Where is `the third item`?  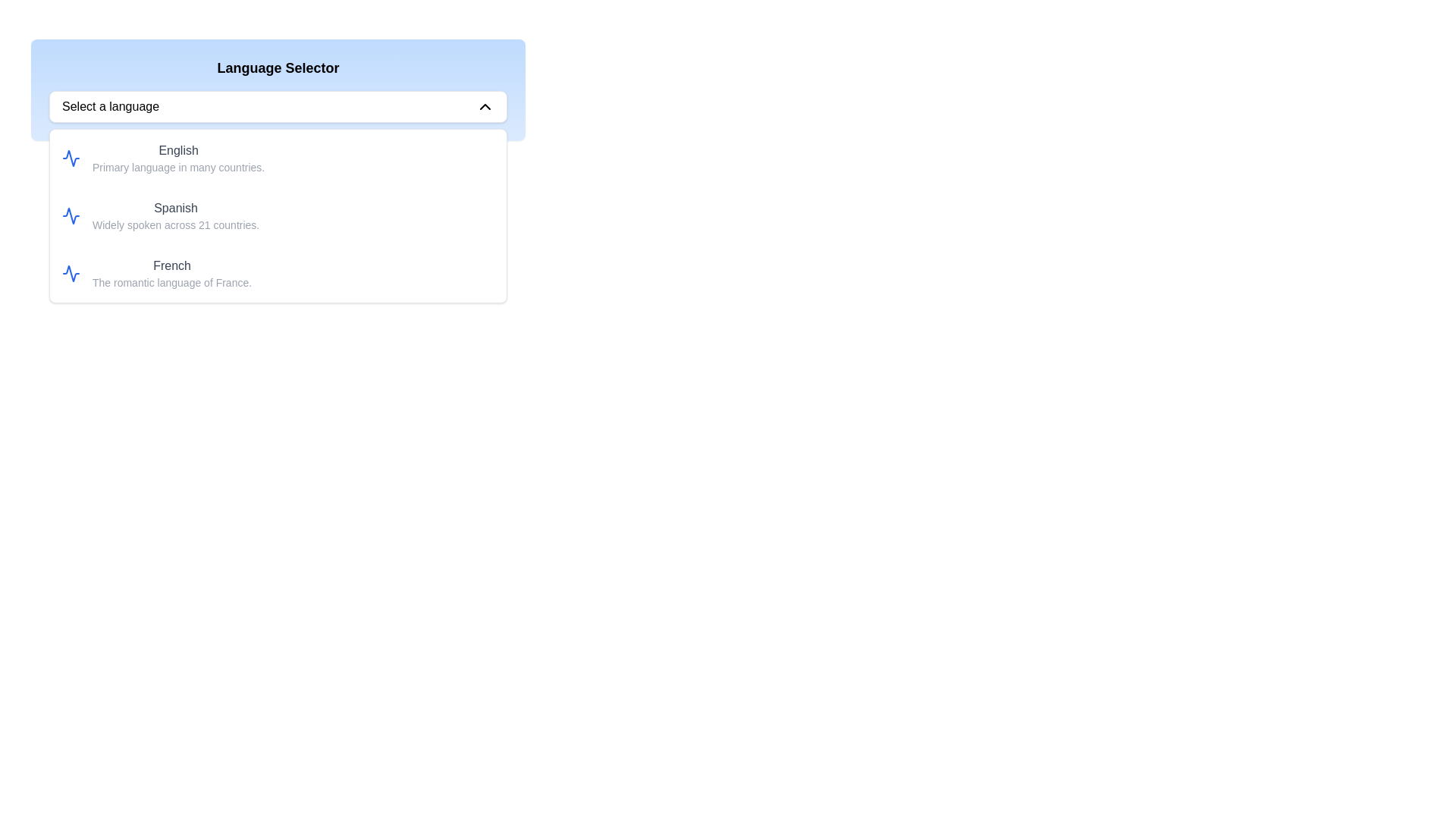 the third item is located at coordinates (172, 274).